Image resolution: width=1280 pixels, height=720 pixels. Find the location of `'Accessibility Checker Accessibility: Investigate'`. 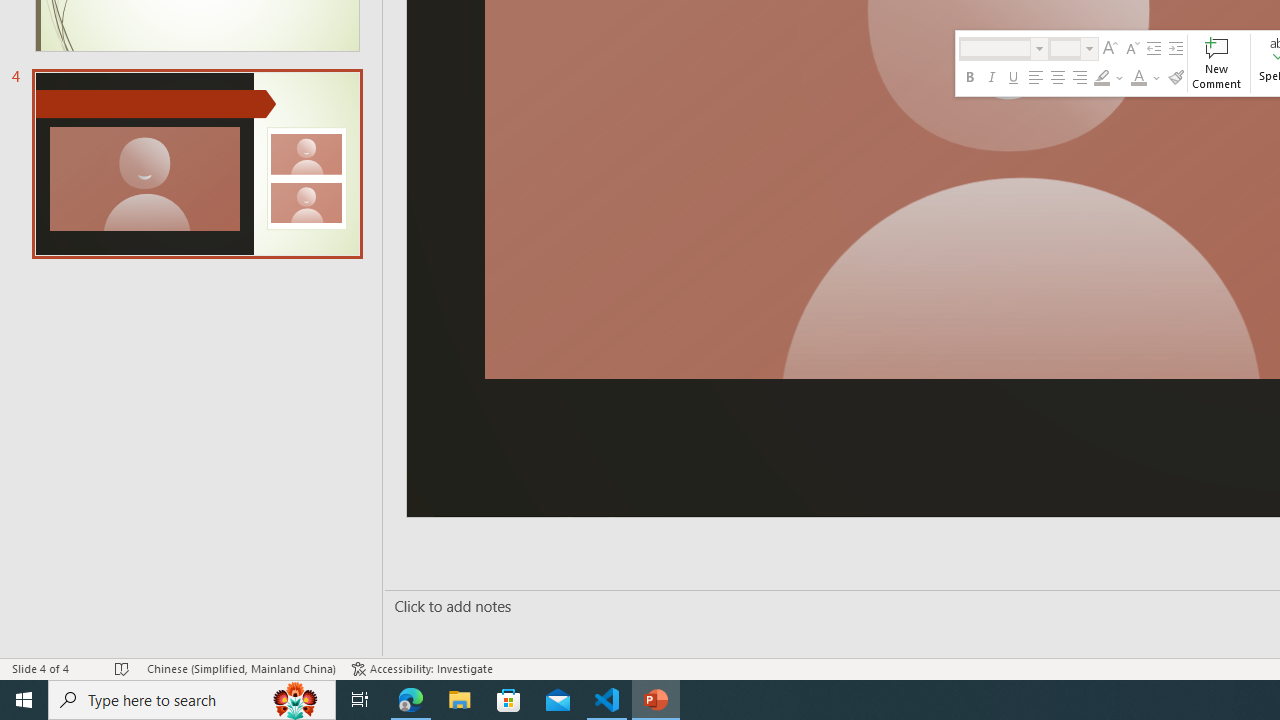

'Accessibility Checker Accessibility: Investigate' is located at coordinates (421, 669).